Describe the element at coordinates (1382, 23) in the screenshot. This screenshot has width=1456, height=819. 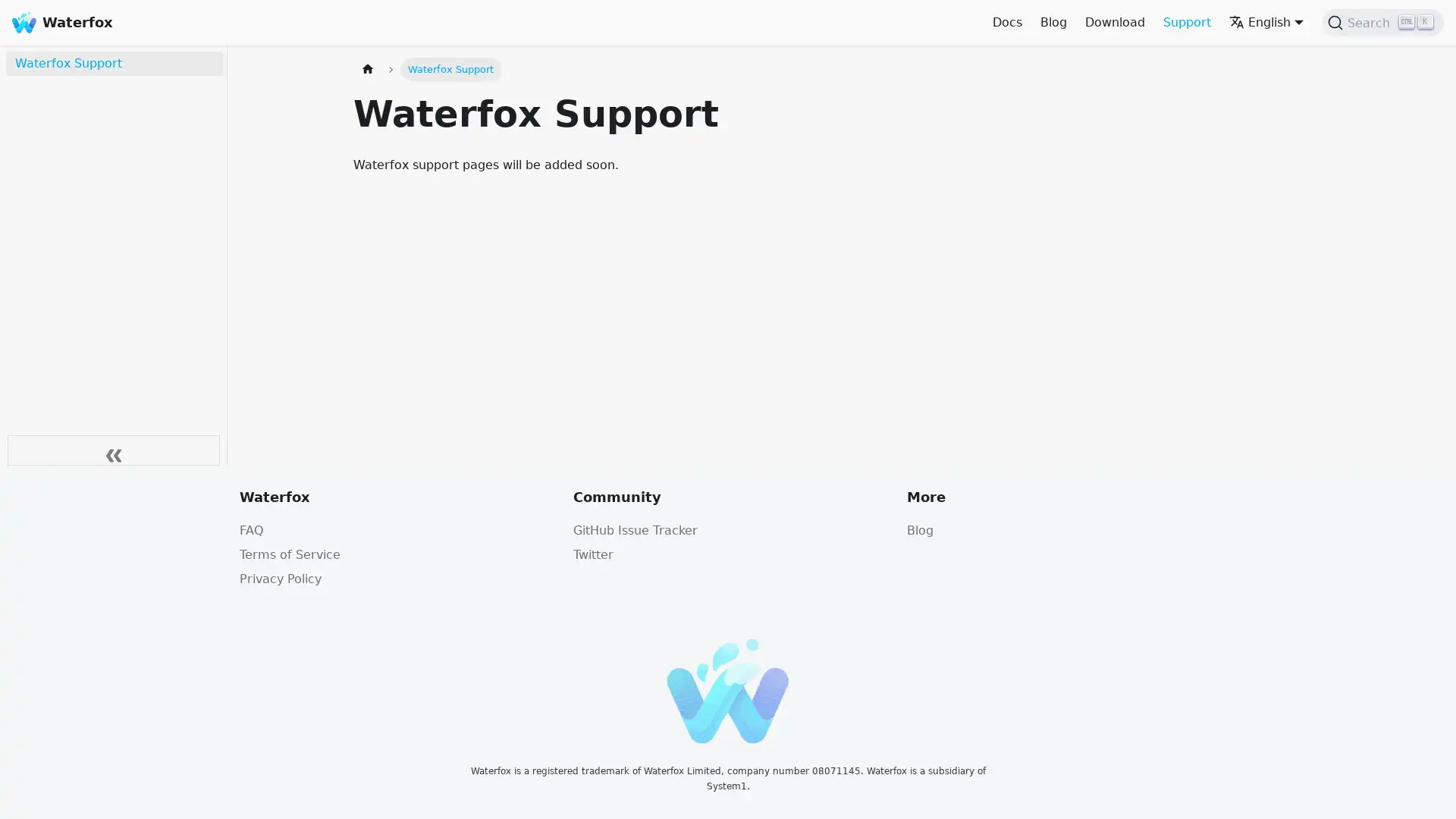
I see `Search` at that location.